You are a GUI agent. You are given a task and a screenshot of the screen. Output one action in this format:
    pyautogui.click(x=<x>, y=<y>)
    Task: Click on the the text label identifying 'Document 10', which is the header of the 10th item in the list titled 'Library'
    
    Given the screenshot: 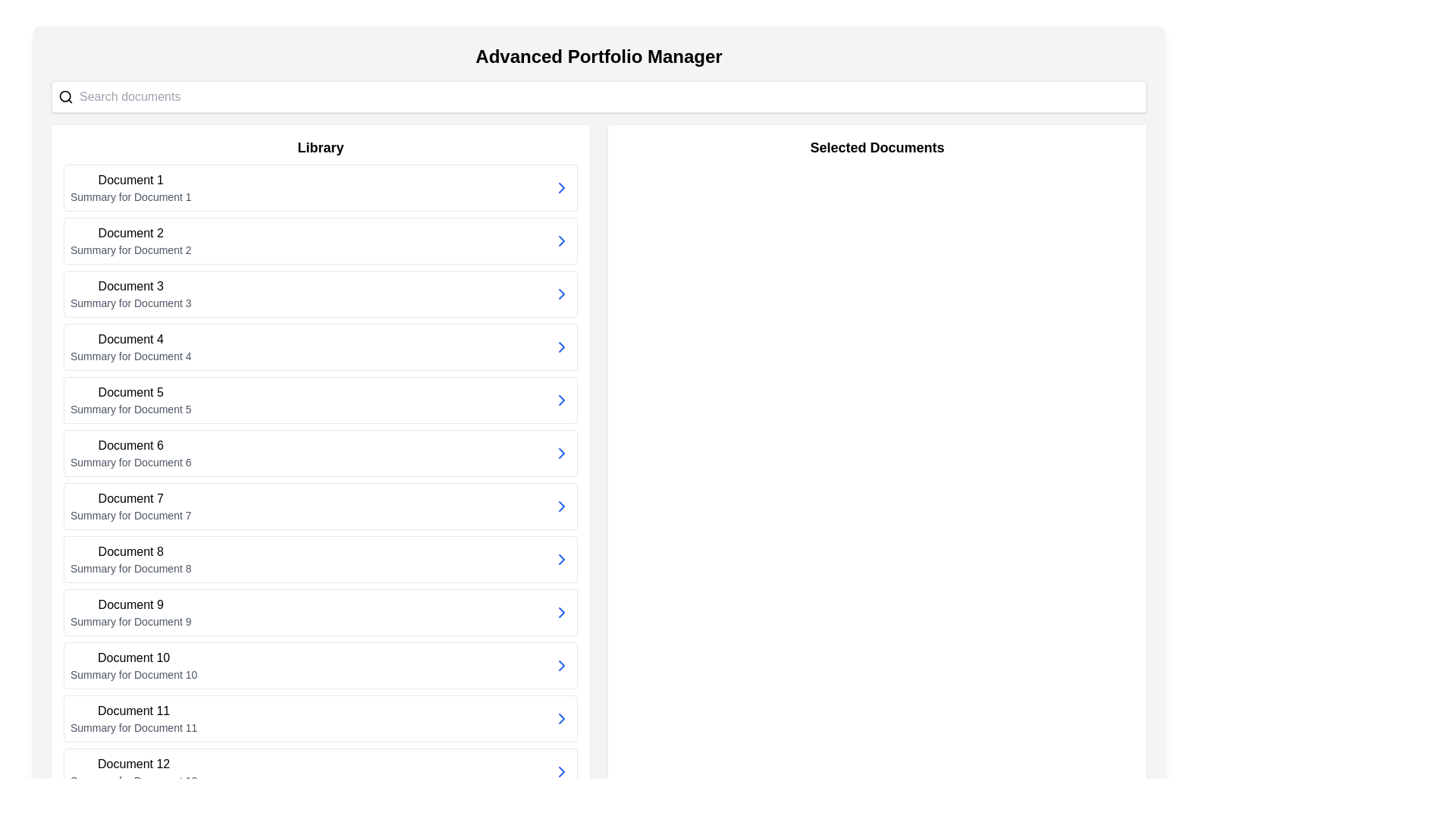 What is the action you would take?
    pyautogui.click(x=133, y=657)
    